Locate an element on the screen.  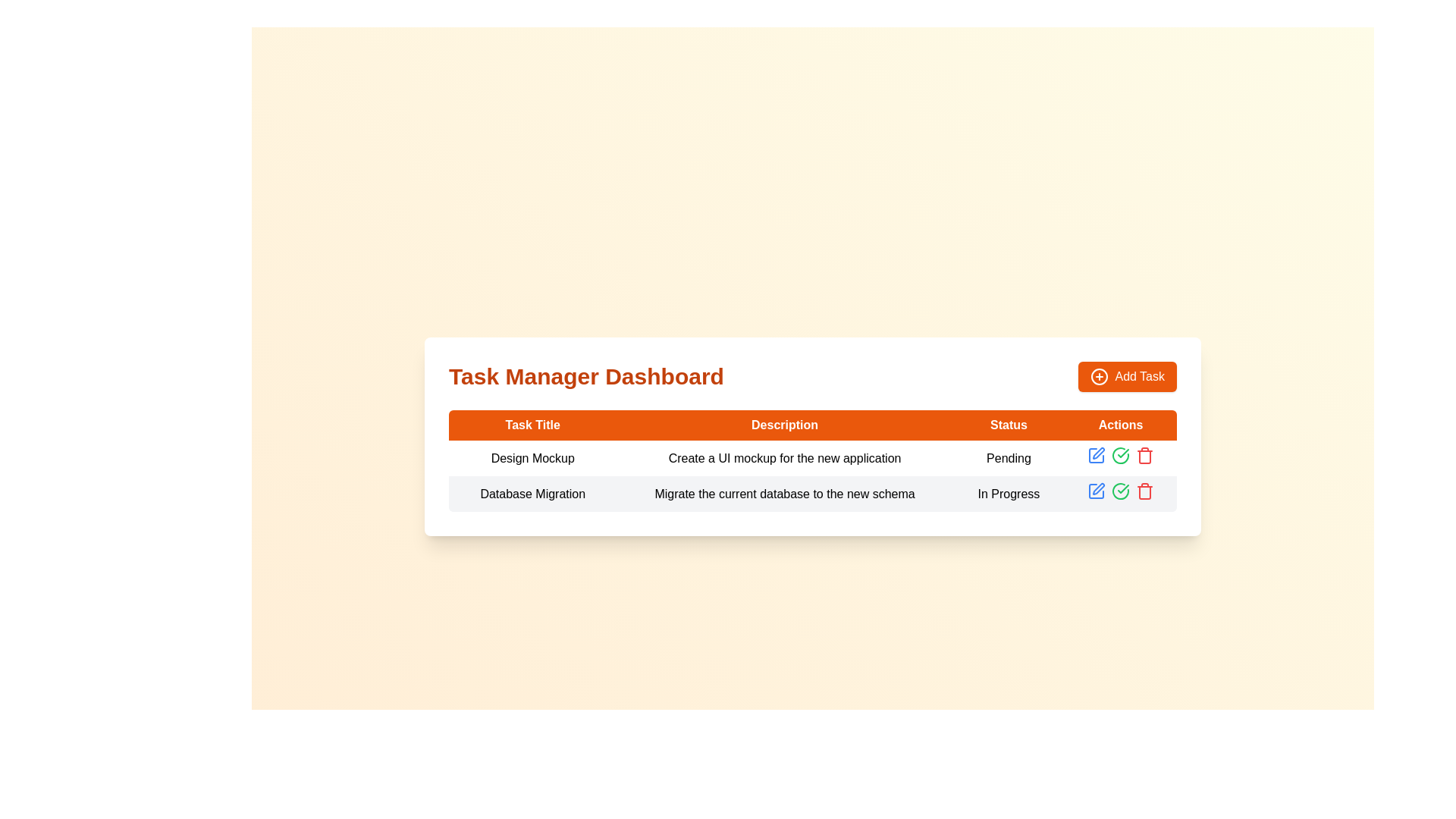
the Table Header Cell that serves as the heading for the 'Actions' column in the table, located in the top-right section of the table header is located at coordinates (1121, 425).